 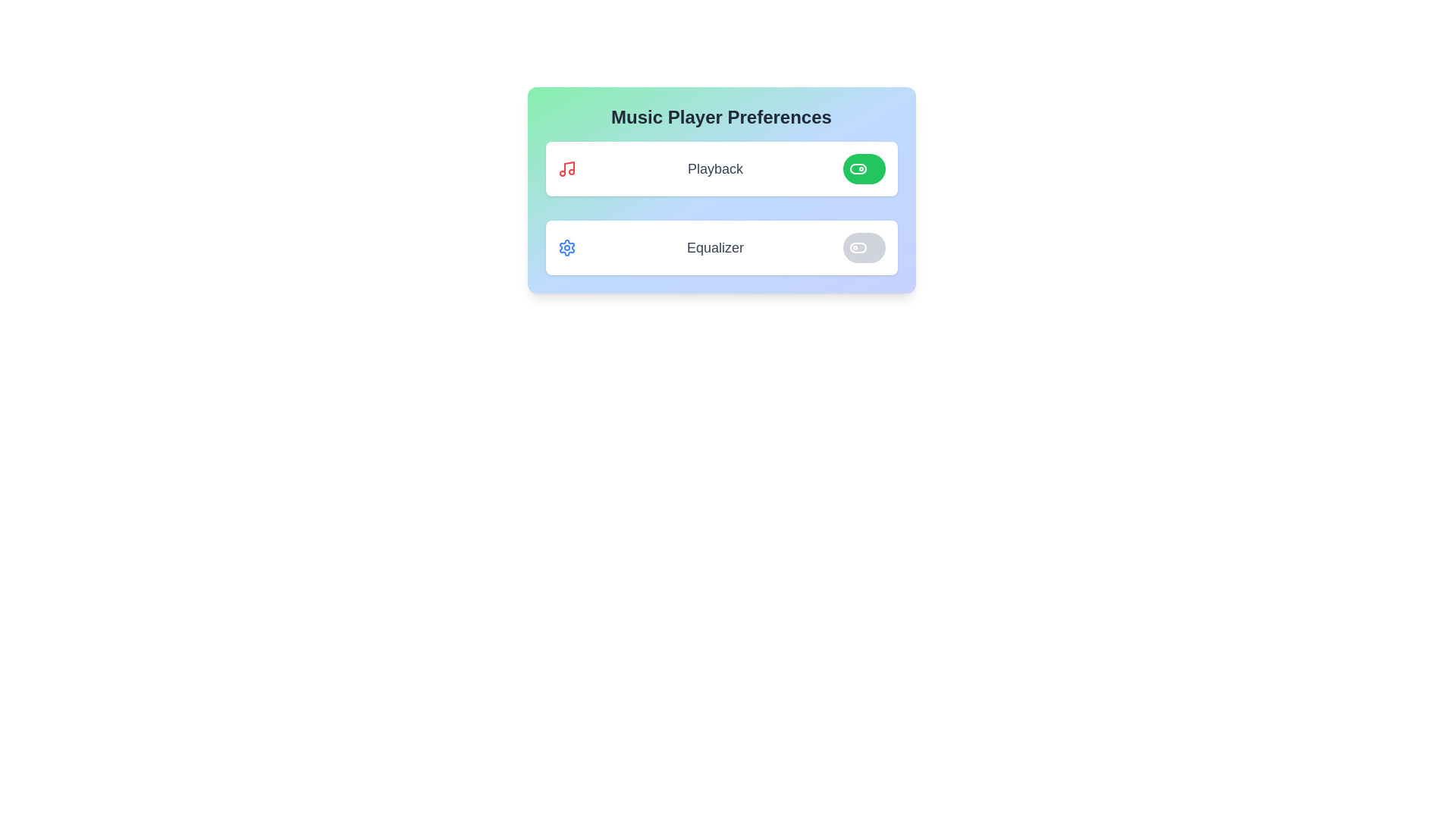 What do you see at coordinates (858, 169) in the screenshot?
I see `the toggle switch icon in the 'Music Player Preferences' panel to change its state` at bounding box center [858, 169].